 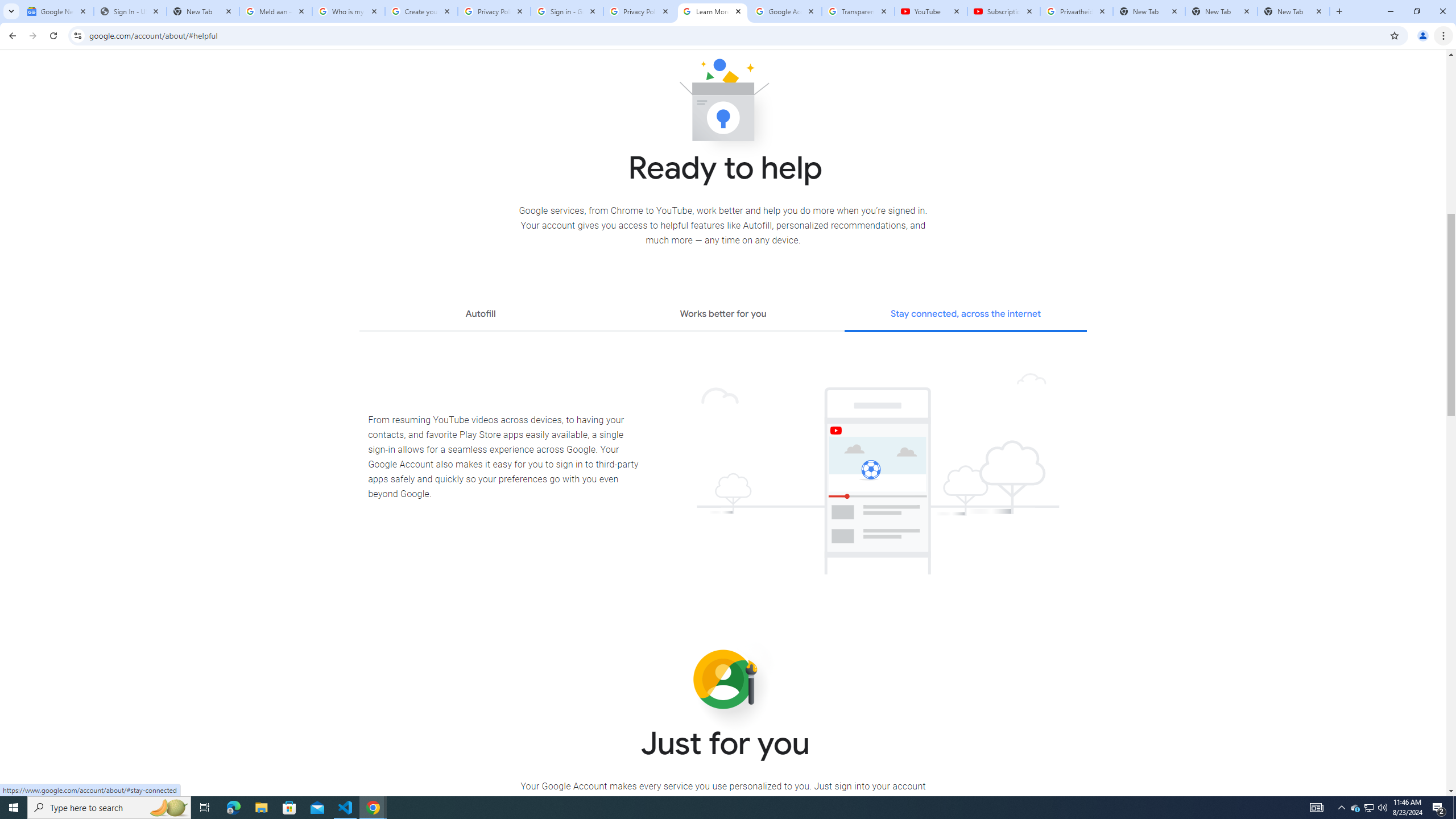 I want to click on 'Autofill', so click(x=479, y=315).